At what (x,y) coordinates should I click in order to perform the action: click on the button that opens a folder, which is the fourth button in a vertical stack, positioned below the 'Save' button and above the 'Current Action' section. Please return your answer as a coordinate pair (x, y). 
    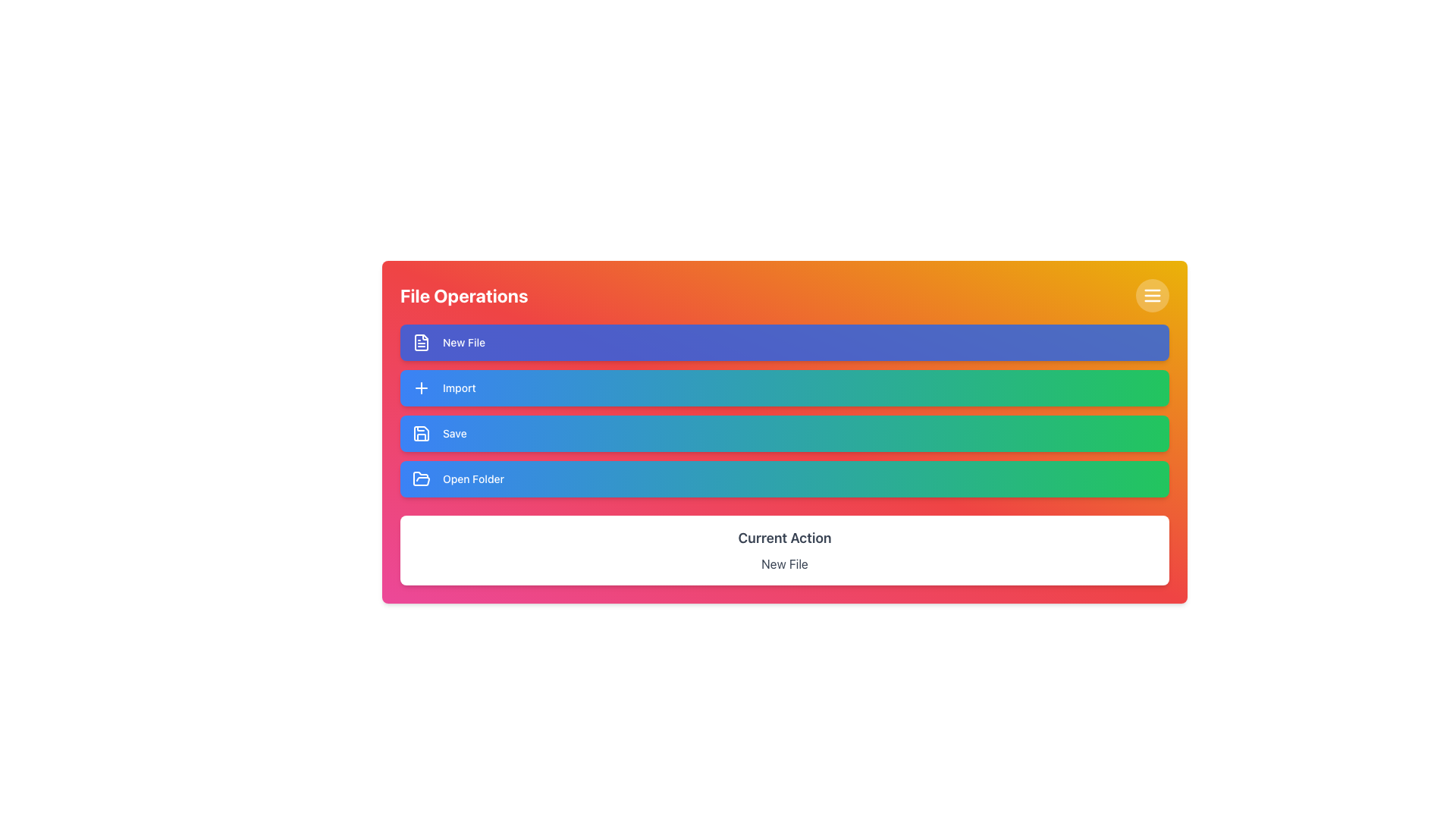
    Looking at the image, I should click on (785, 479).